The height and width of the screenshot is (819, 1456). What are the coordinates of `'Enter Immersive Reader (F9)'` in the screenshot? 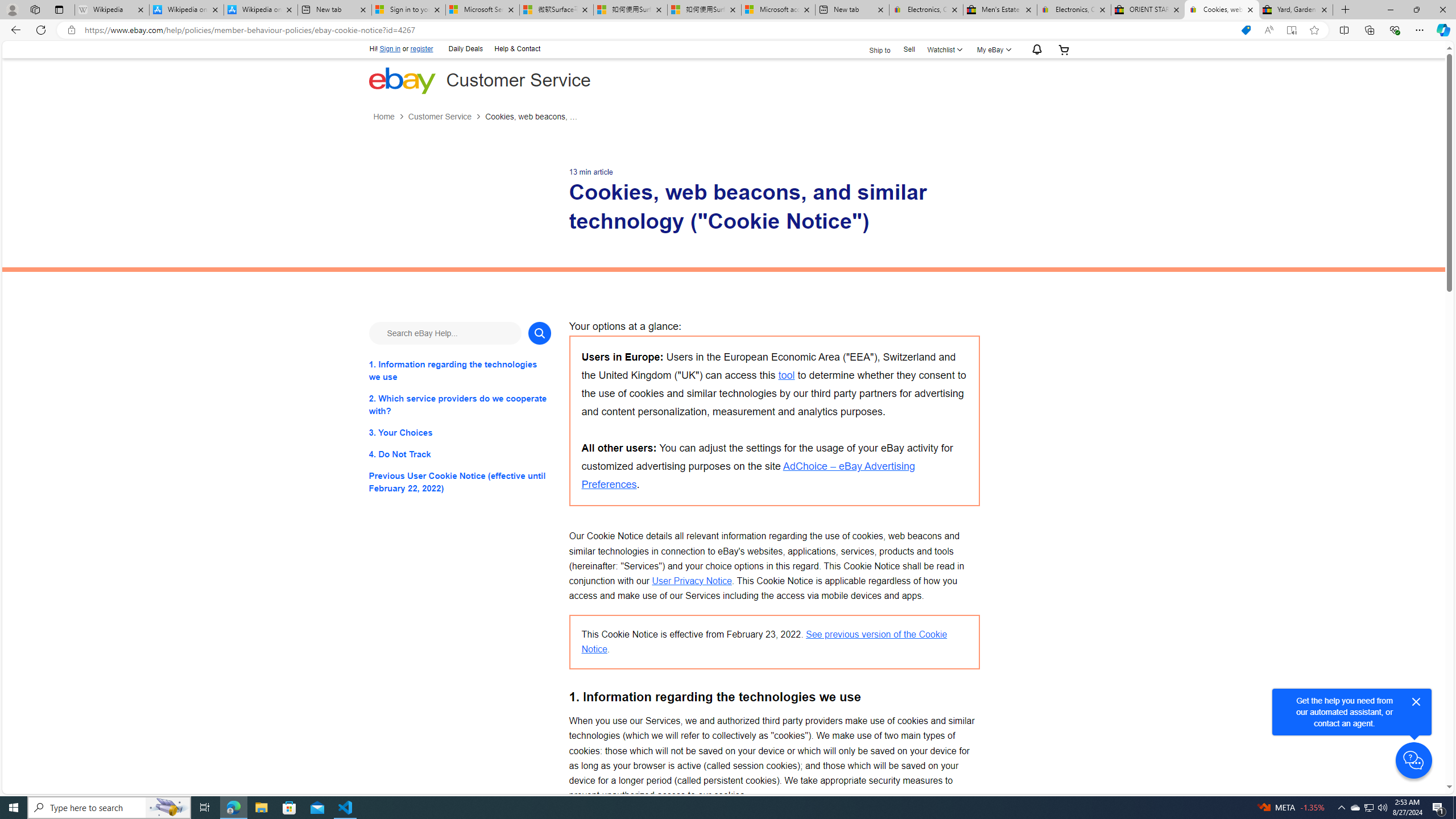 It's located at (1291, 30).